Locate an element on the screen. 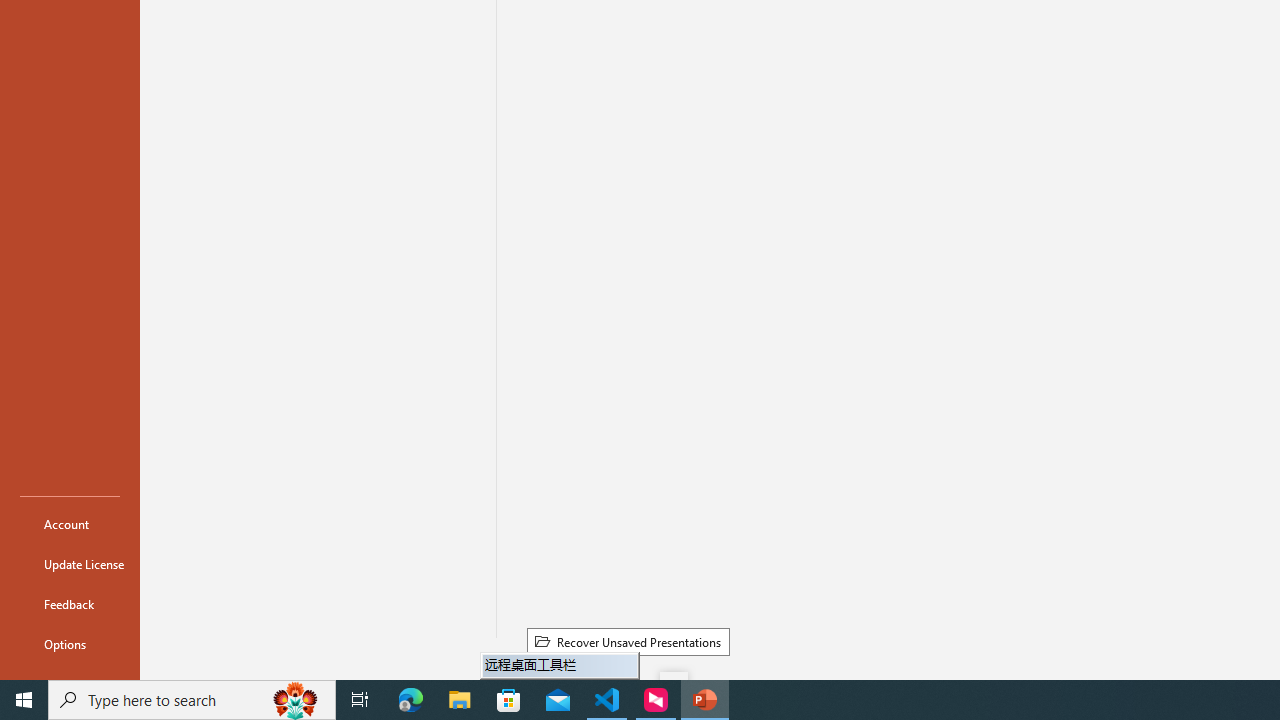  'Update License' is located at coordinates (69, 564).